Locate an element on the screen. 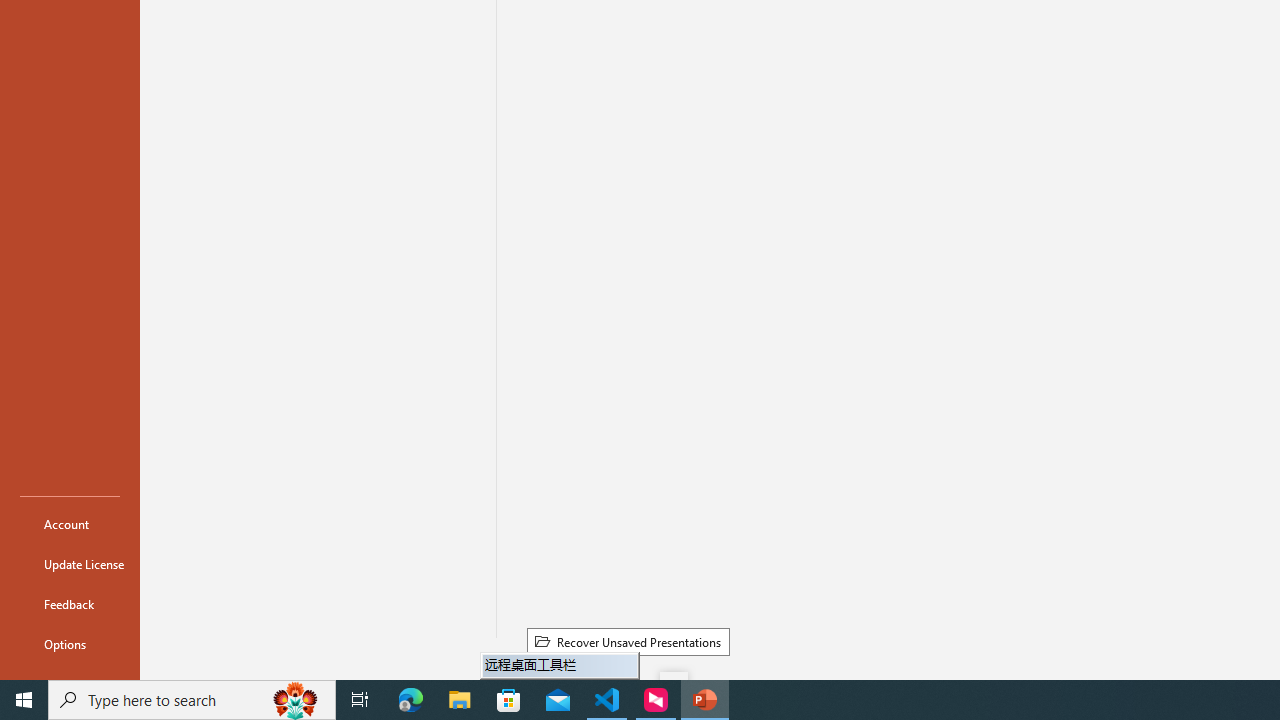  'Update License' is located at coordinates (69, 564).